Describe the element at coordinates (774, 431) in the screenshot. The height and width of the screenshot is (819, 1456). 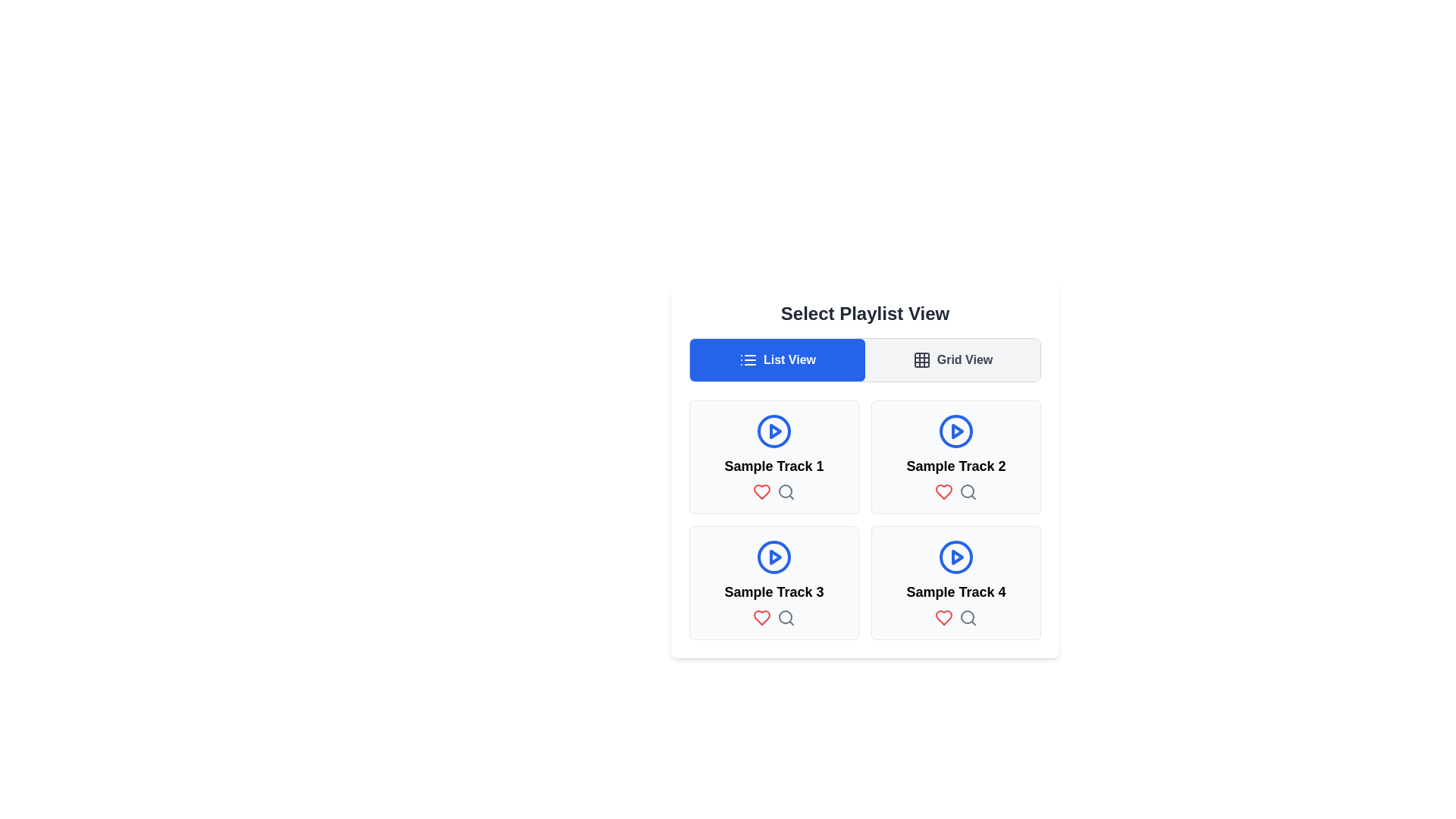
I see `the play button for 'Sample Track 1'` at that location.